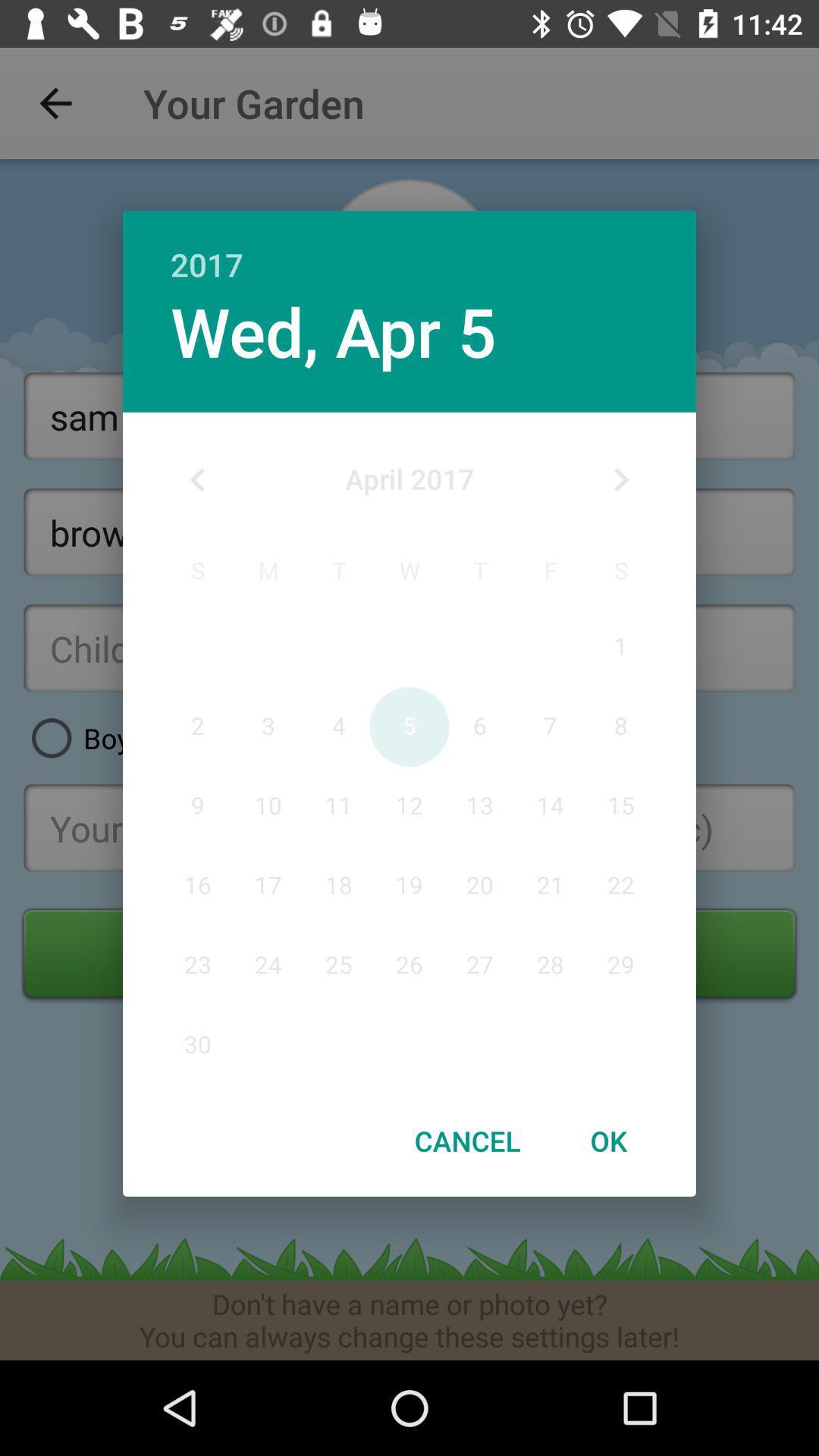 Image resolution: width=819 pixels, height=1456 pixels. What do you see at coordinates (607, 1141) in the screenshot?
I see `the item next to cancel item` at bounding box center [607, 1141].